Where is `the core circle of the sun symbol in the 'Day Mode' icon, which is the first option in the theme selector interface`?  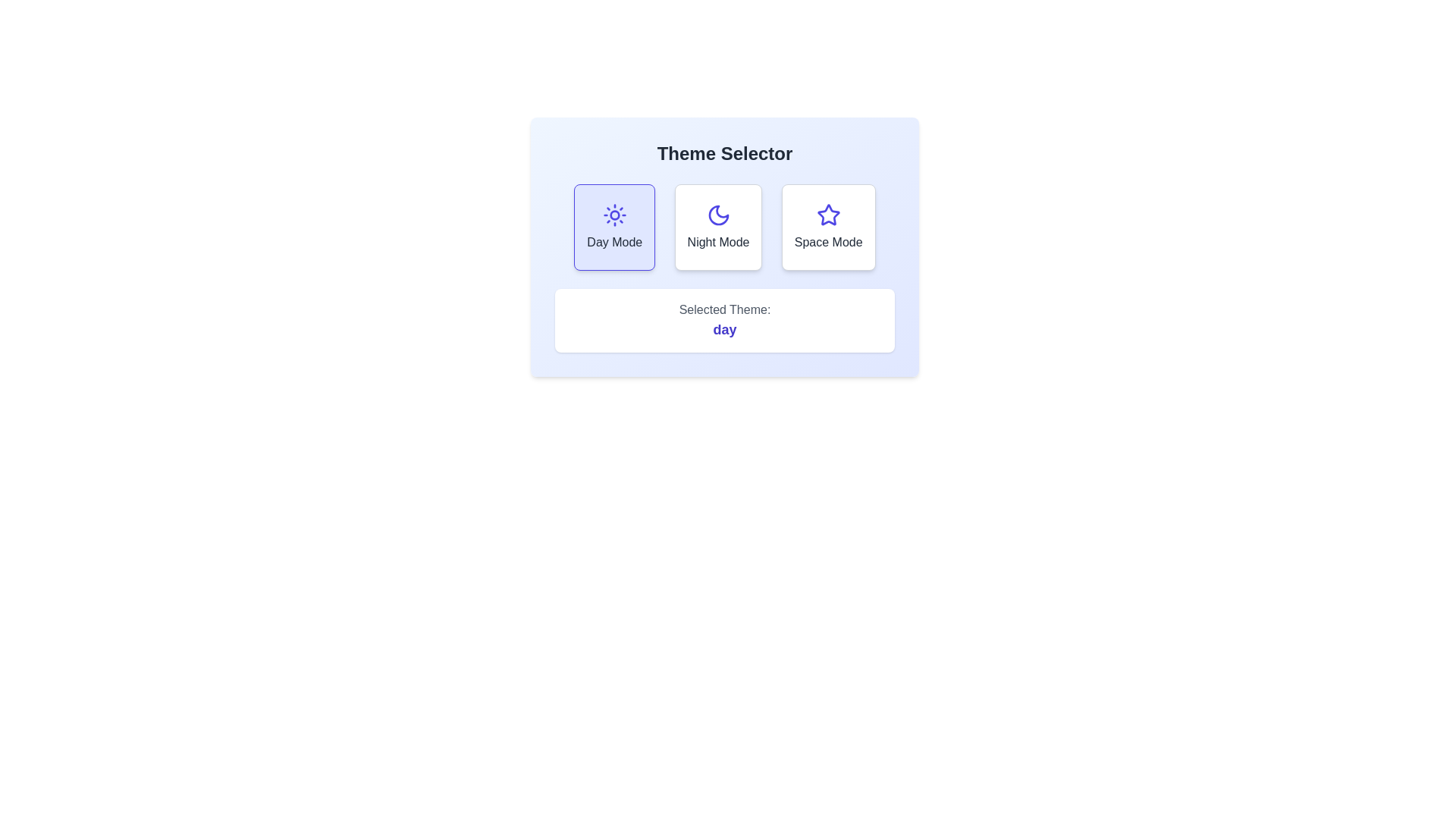 the core circle of the sun symbol in the 'Day Mode' icon, which is the first option in the theme selector interface is located at coordinates (614, 215).